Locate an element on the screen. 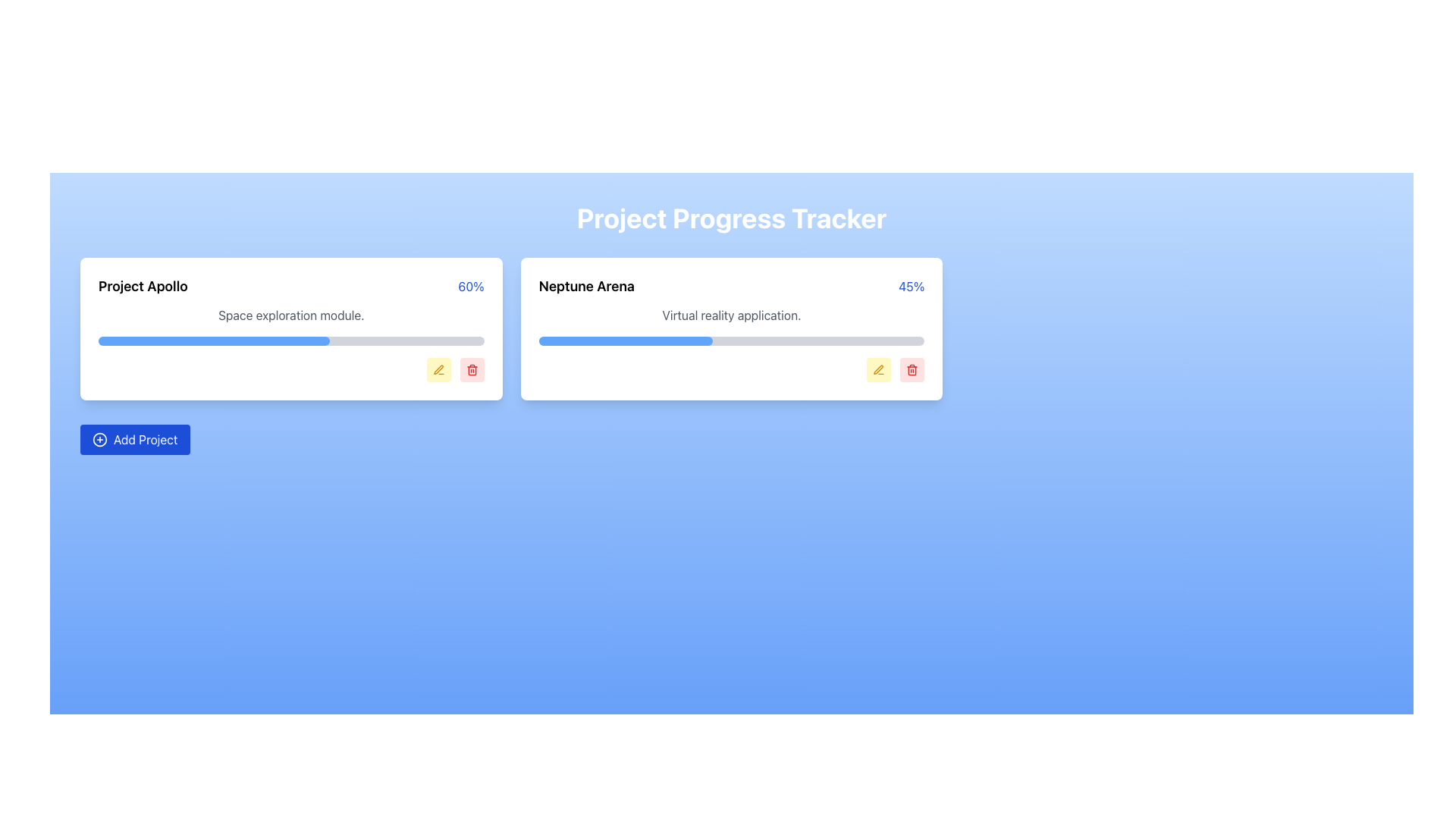 The height and width of the screenshot is (819, 1456). the progress bar representing 45% completion for the 'Neptune Arena' project located below the project title and description is located at coordinates (731, 341).